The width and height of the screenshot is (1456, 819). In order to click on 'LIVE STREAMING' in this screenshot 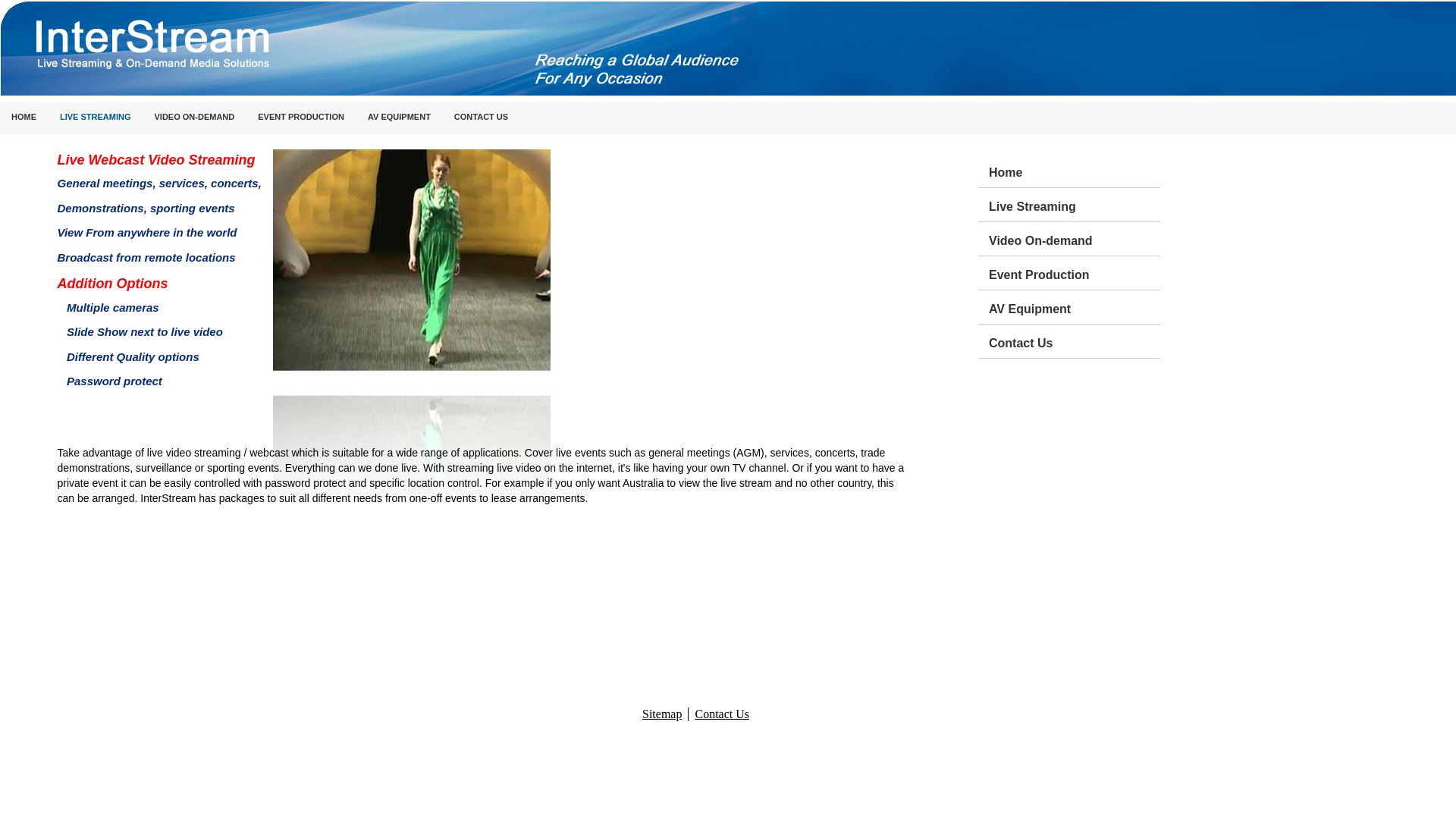, I will do `click(48, 117)`.